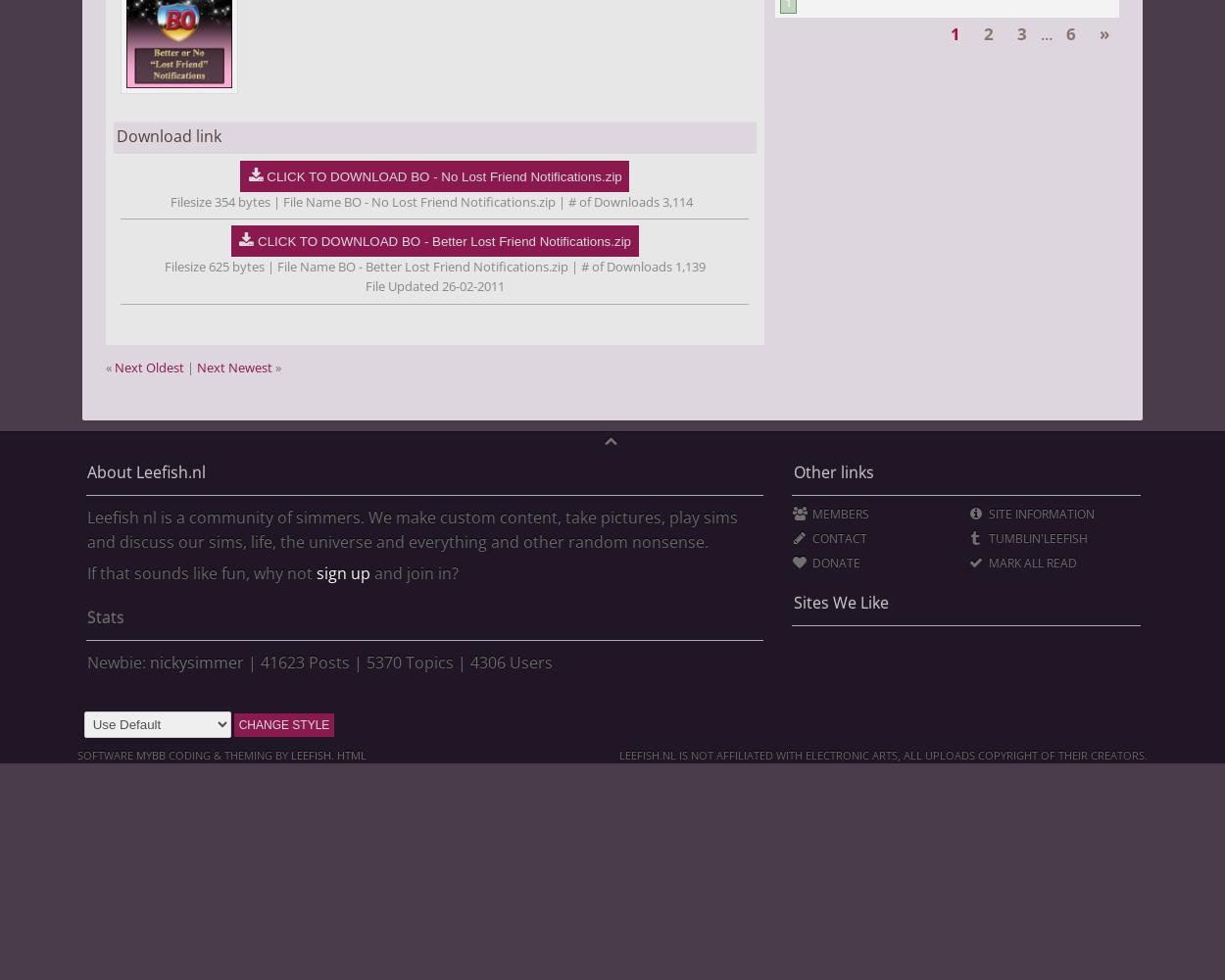 Image resolution: width=1225 pixels, height=980 pixels. Describe the element at coordinates (104, 616) in the screenshot. I see `'Stats'` at that location.